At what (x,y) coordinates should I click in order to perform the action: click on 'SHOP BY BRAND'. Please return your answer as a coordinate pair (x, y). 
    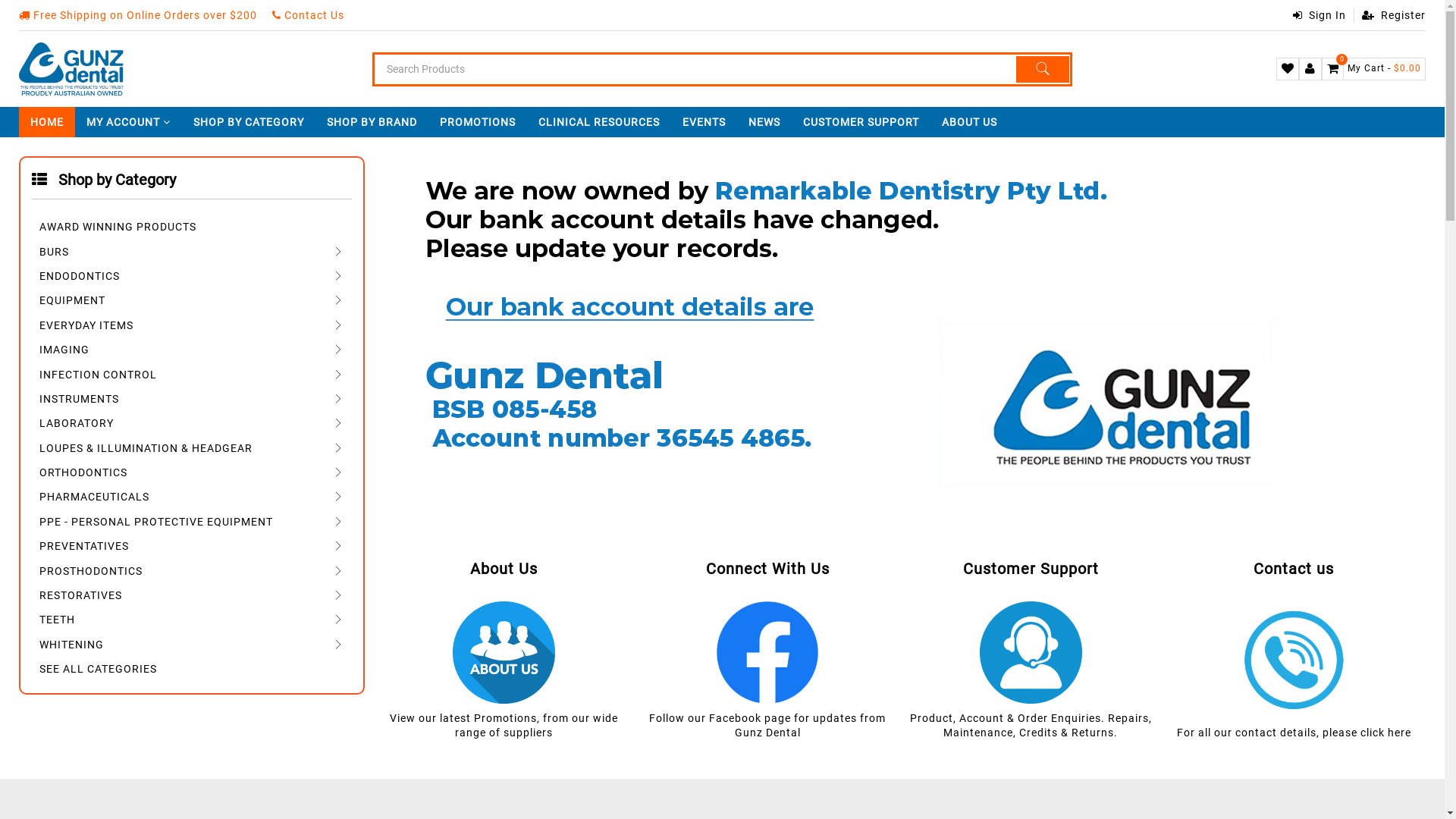
    Looking at the image, I should click on (315, 121).